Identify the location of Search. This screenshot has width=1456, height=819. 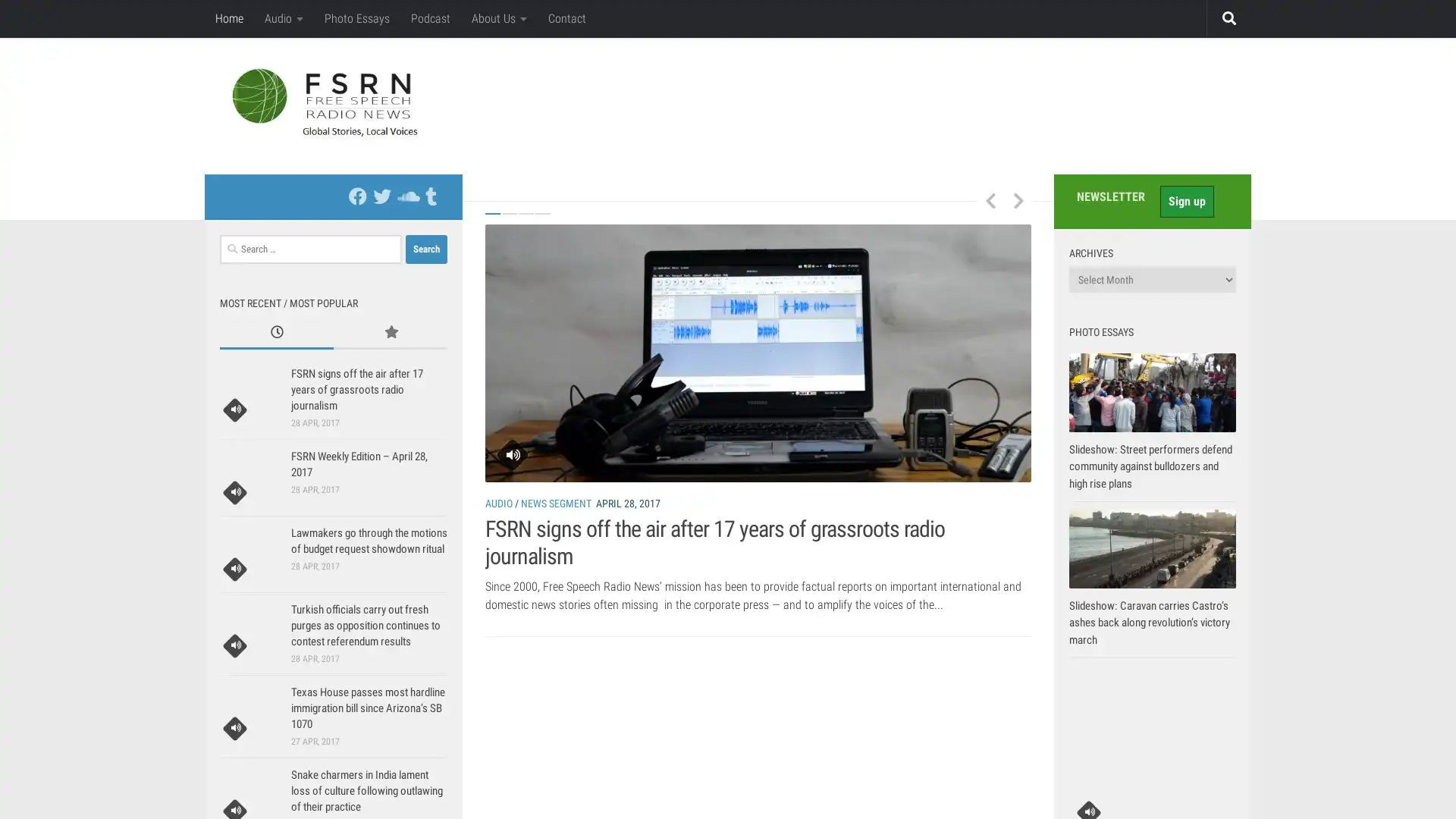
(425, 247).